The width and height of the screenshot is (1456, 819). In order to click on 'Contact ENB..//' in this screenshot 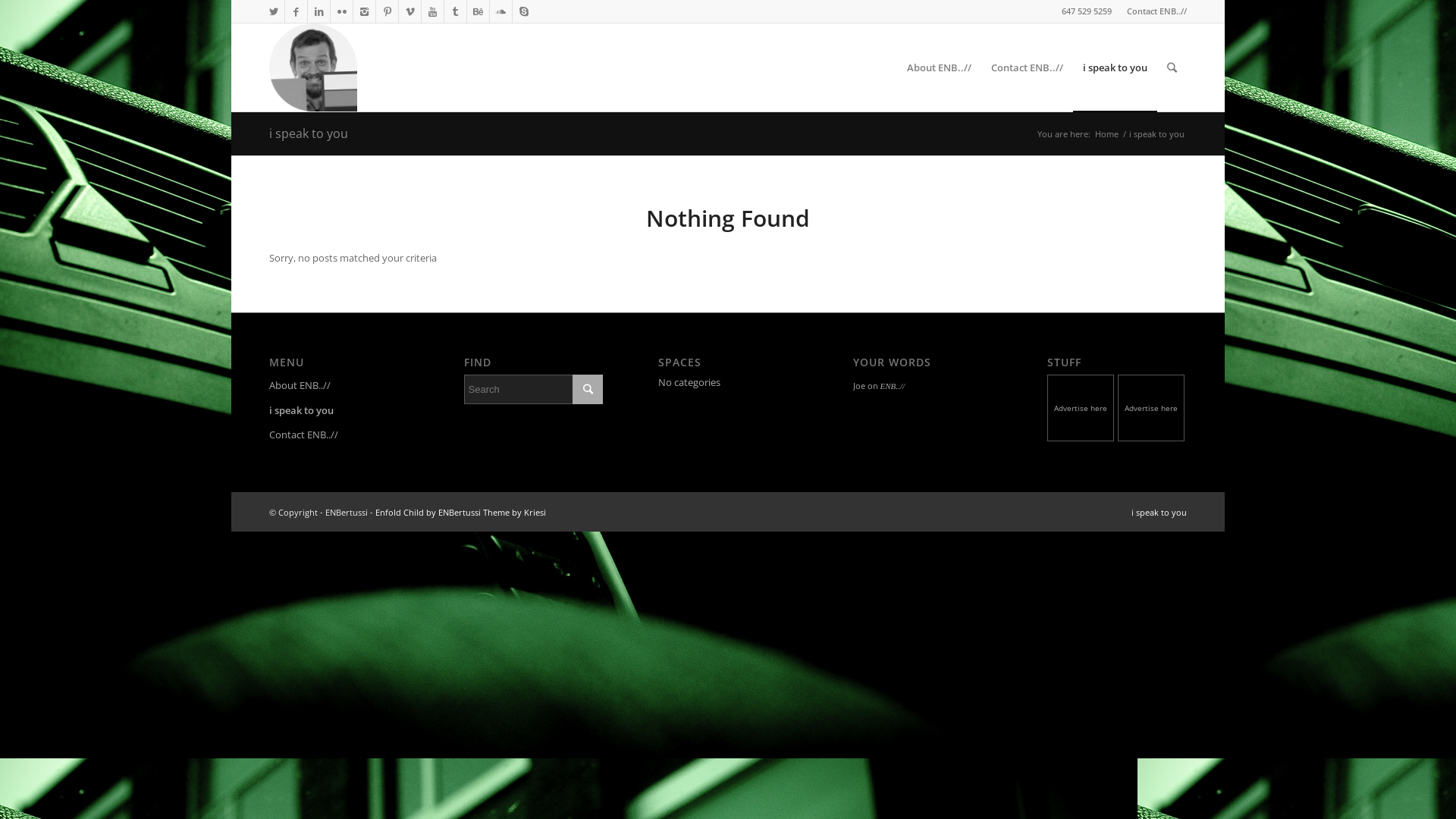, I will do `click(981, 66)`.